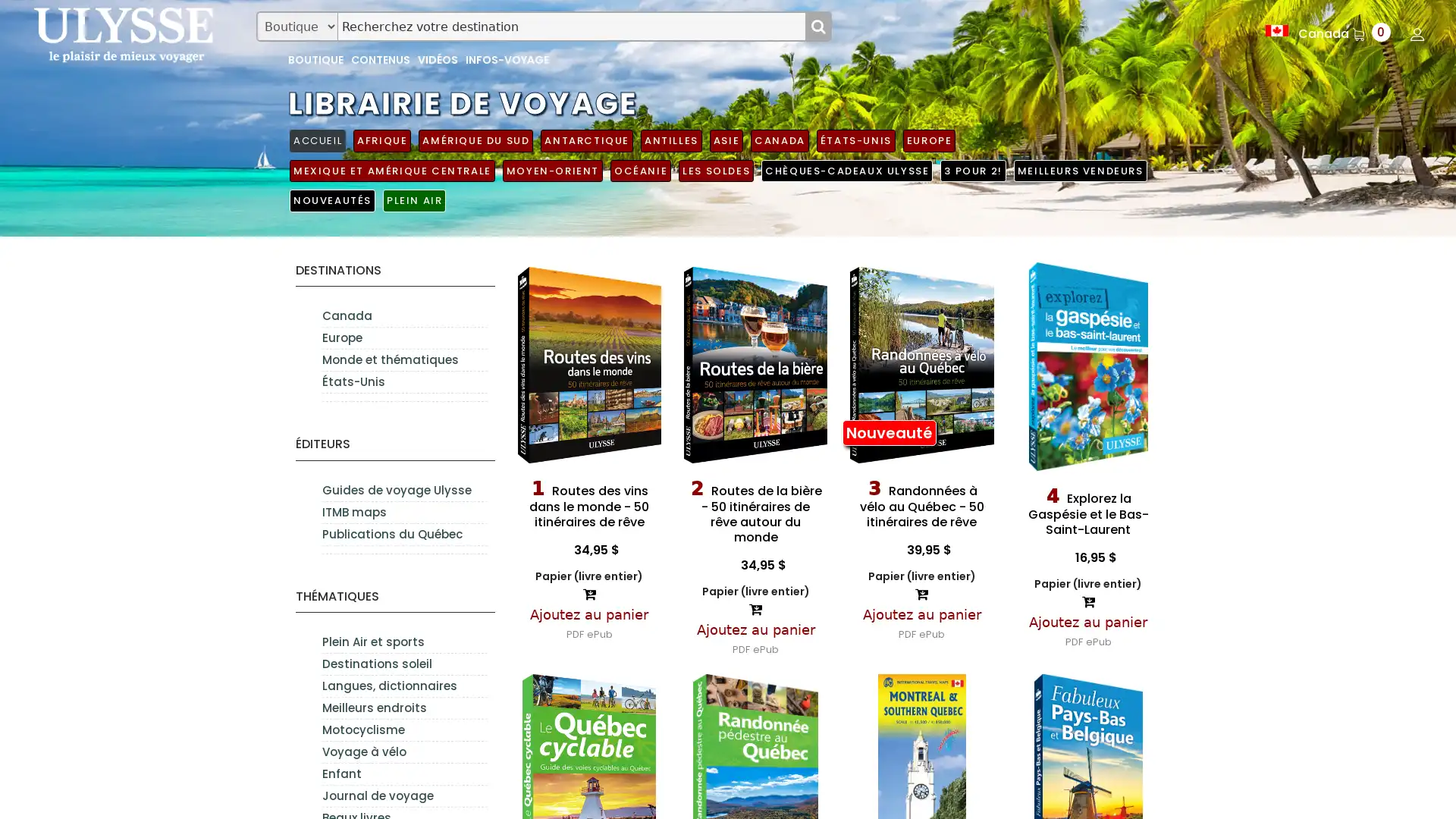 This screenshot has width=1456, height=819. What do you see at coordinates (585, 140) in the screenshot?
I see `ANTARCTIQUE` at bounding box center [585, 140].